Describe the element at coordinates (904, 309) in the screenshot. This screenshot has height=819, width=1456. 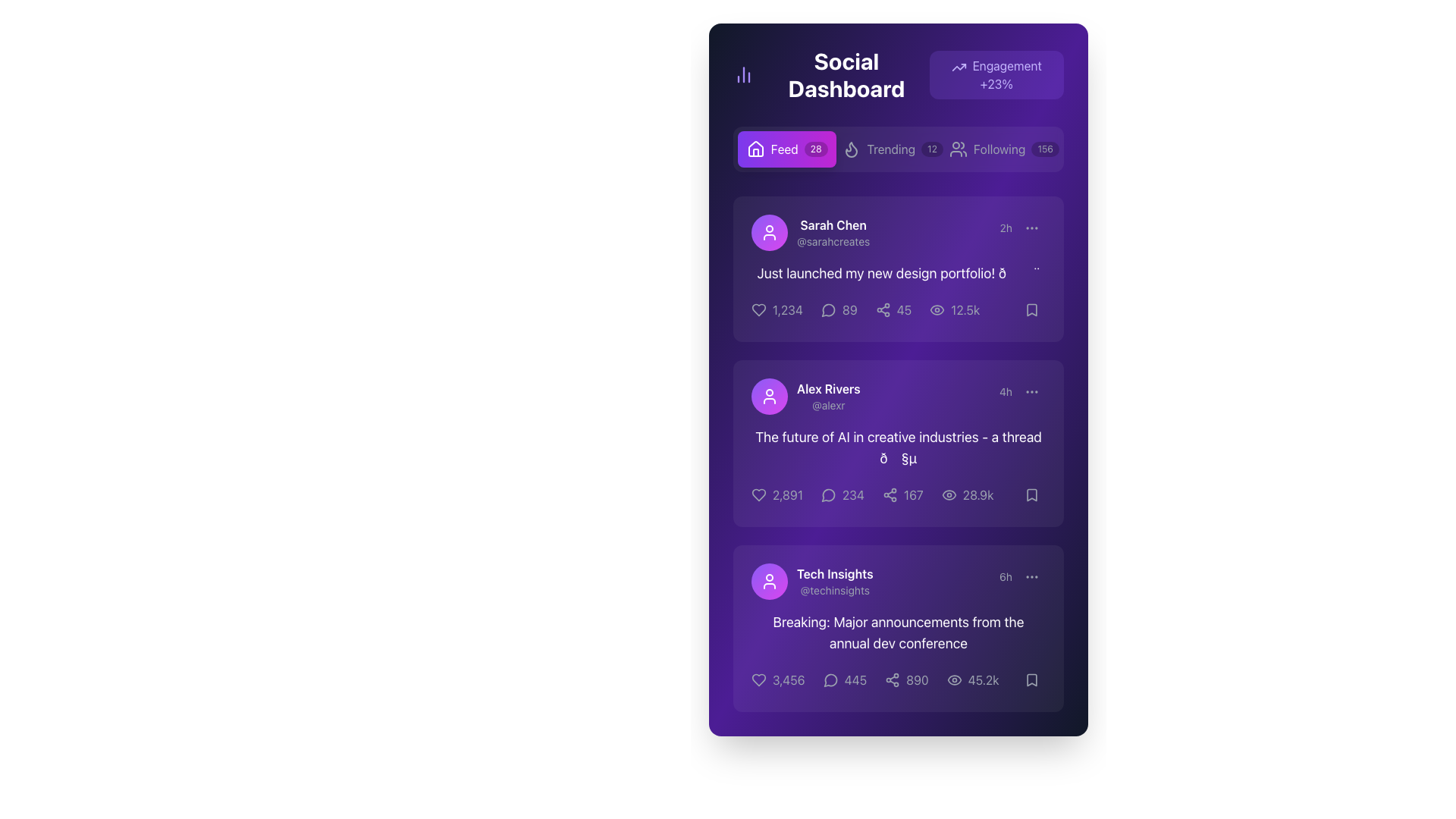
I see `number displayed in the text label or numerical counter located at the bottom-right section of the social post card, next to the eye-shaped icon` at that location.